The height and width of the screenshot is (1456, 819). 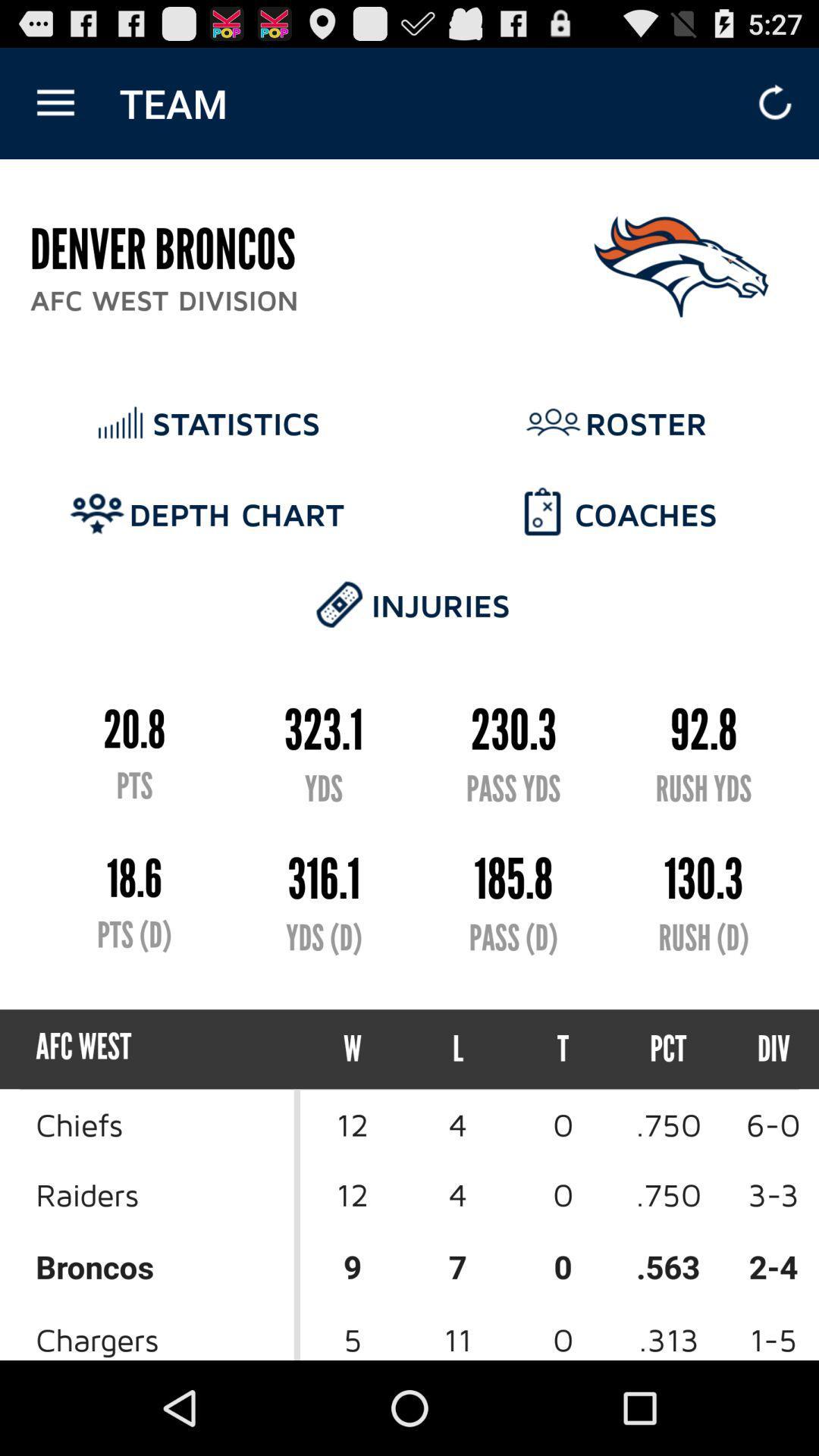 What do you see at coordinates (353, 1048) in the screenshot?
I see `icon above chiefs` at bounding box center [353, 1048].